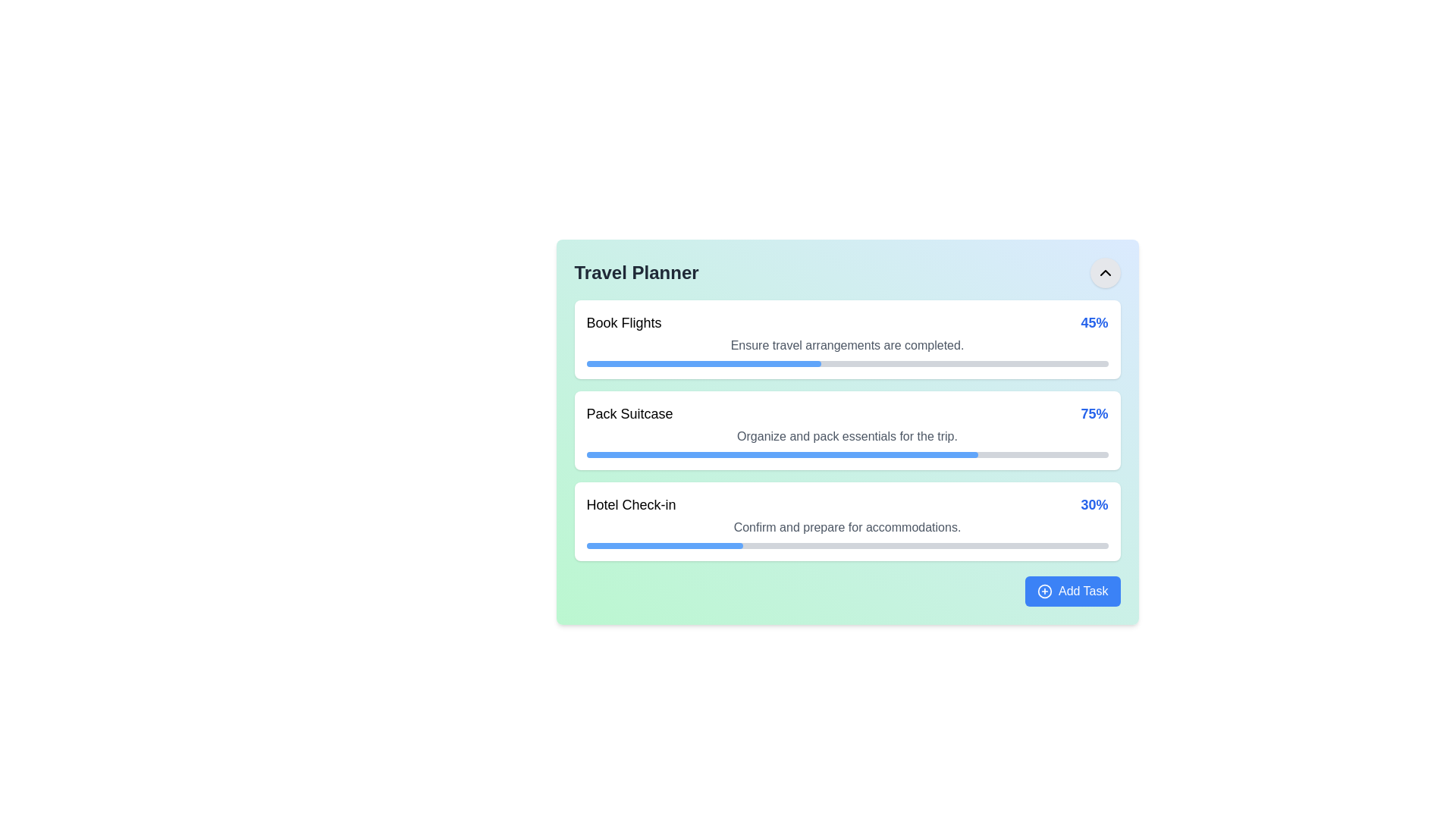 The image size is (1456, 819). I want to click on the outer circular part of the 'Add Task' button's pictogram located at the bottom-right corner of the interface, so click(1043, 590).